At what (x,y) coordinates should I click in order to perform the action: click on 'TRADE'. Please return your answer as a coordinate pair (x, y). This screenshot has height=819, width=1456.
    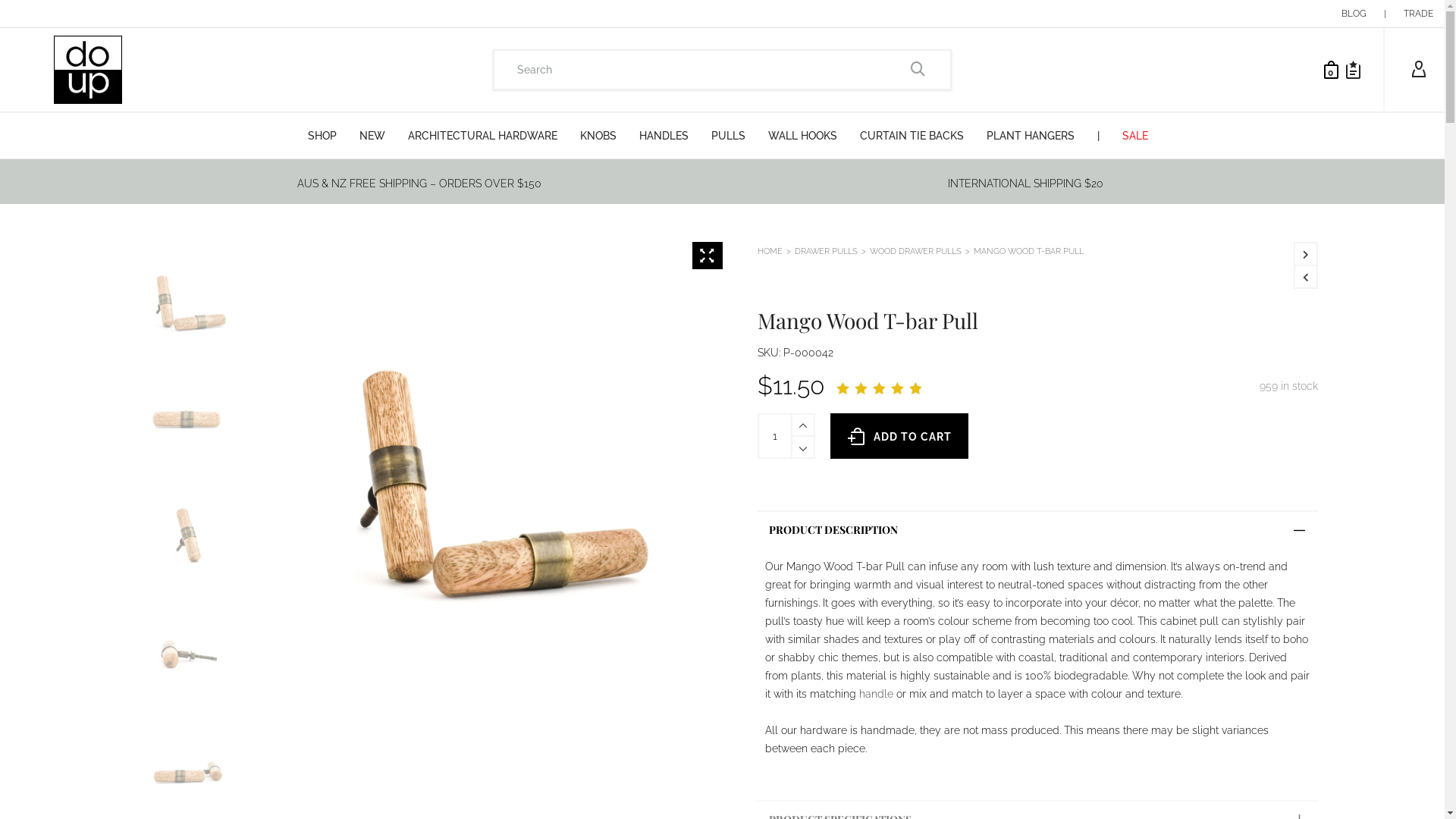
    Looking at the image, I should click on (1417, 14).